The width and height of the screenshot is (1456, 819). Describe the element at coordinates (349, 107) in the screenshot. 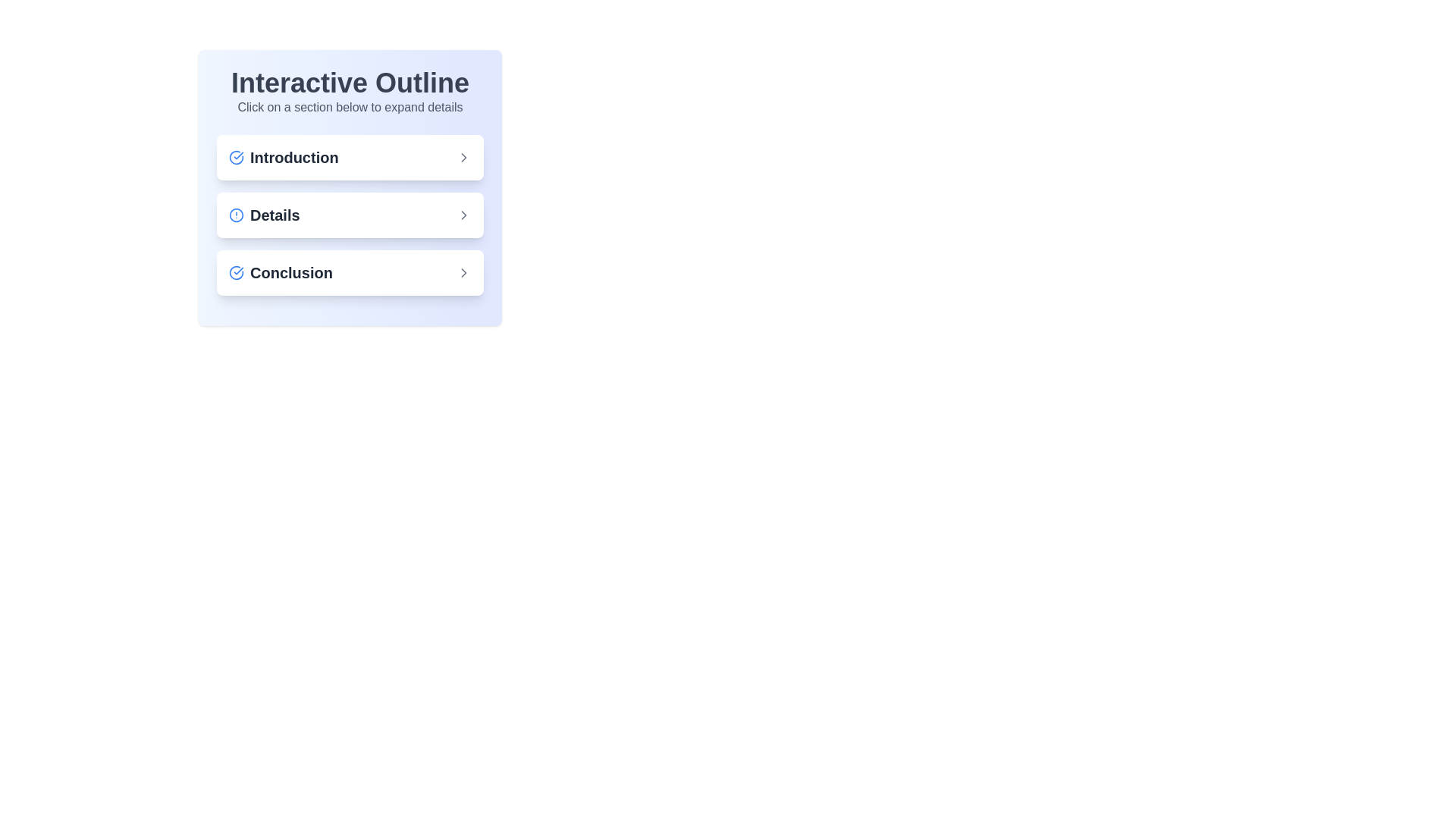

I see `instruction text label located below the header 'Interactive Outline' and above the sections 'Introduction', 'Details', and 'Conclusion'` at that location.